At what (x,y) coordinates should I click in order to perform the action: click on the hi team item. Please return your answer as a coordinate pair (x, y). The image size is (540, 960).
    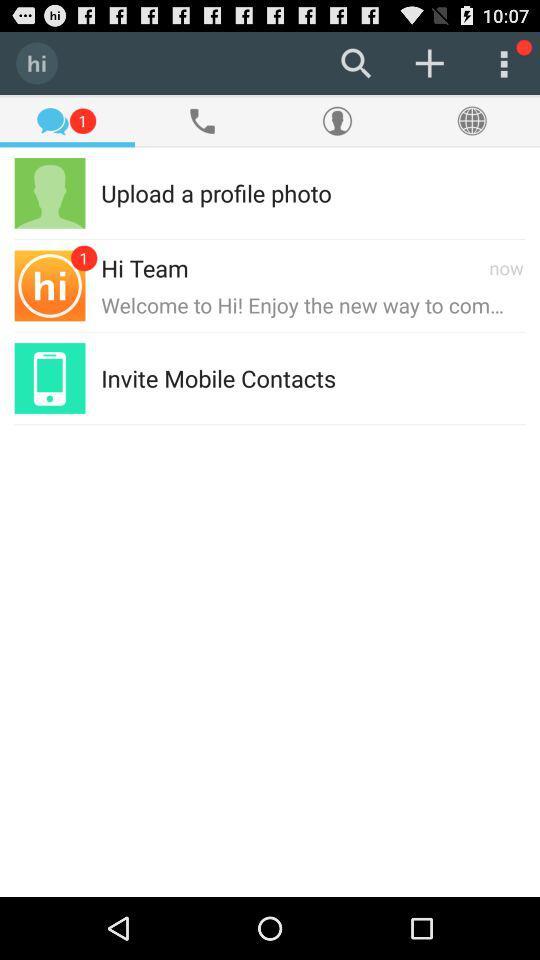
    Looking at the image, I should click on (143, 266).